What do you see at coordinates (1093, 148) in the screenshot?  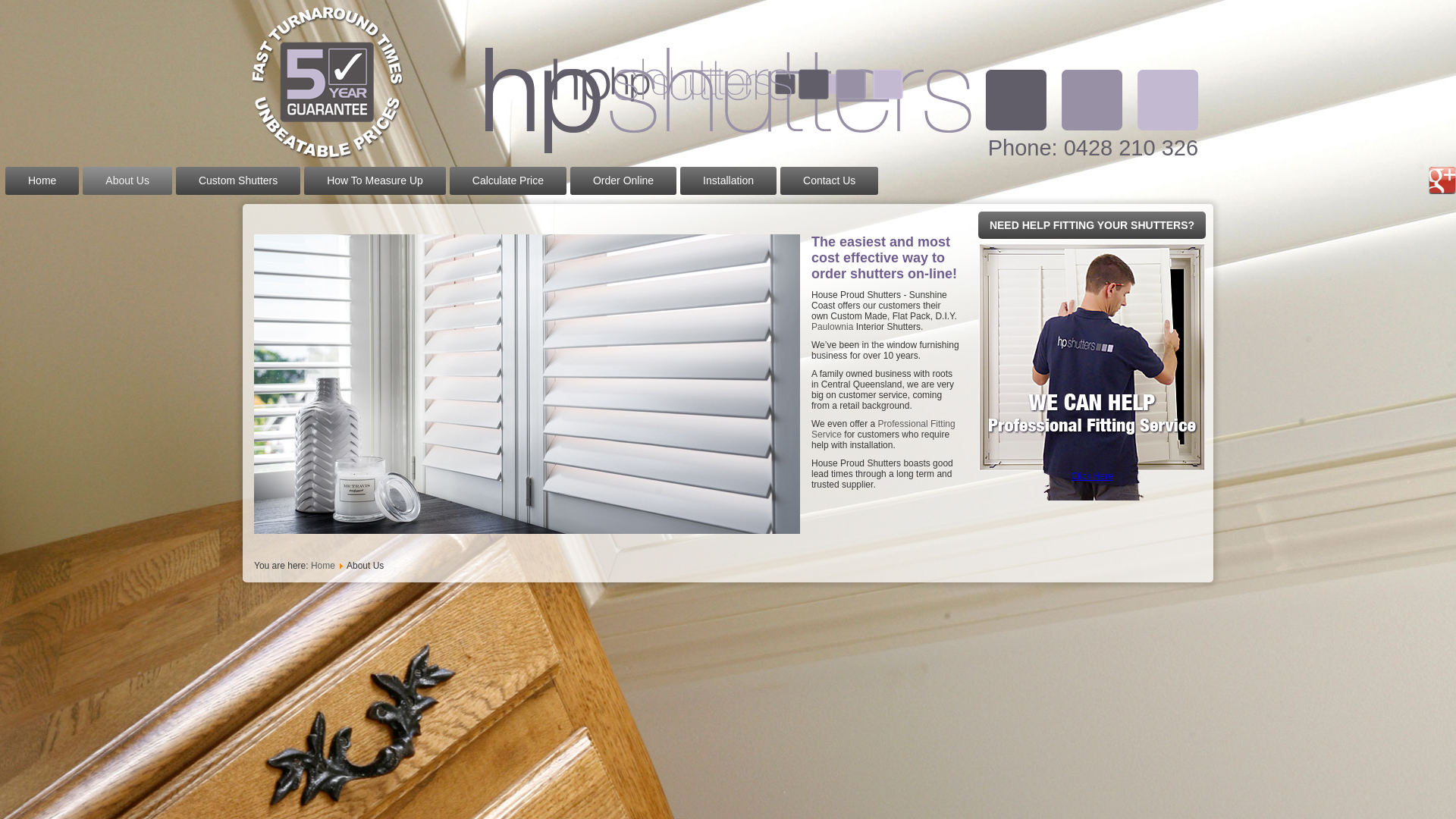 I see `'Phone: 0428 210 326'` at bounding box center [1093, 148].